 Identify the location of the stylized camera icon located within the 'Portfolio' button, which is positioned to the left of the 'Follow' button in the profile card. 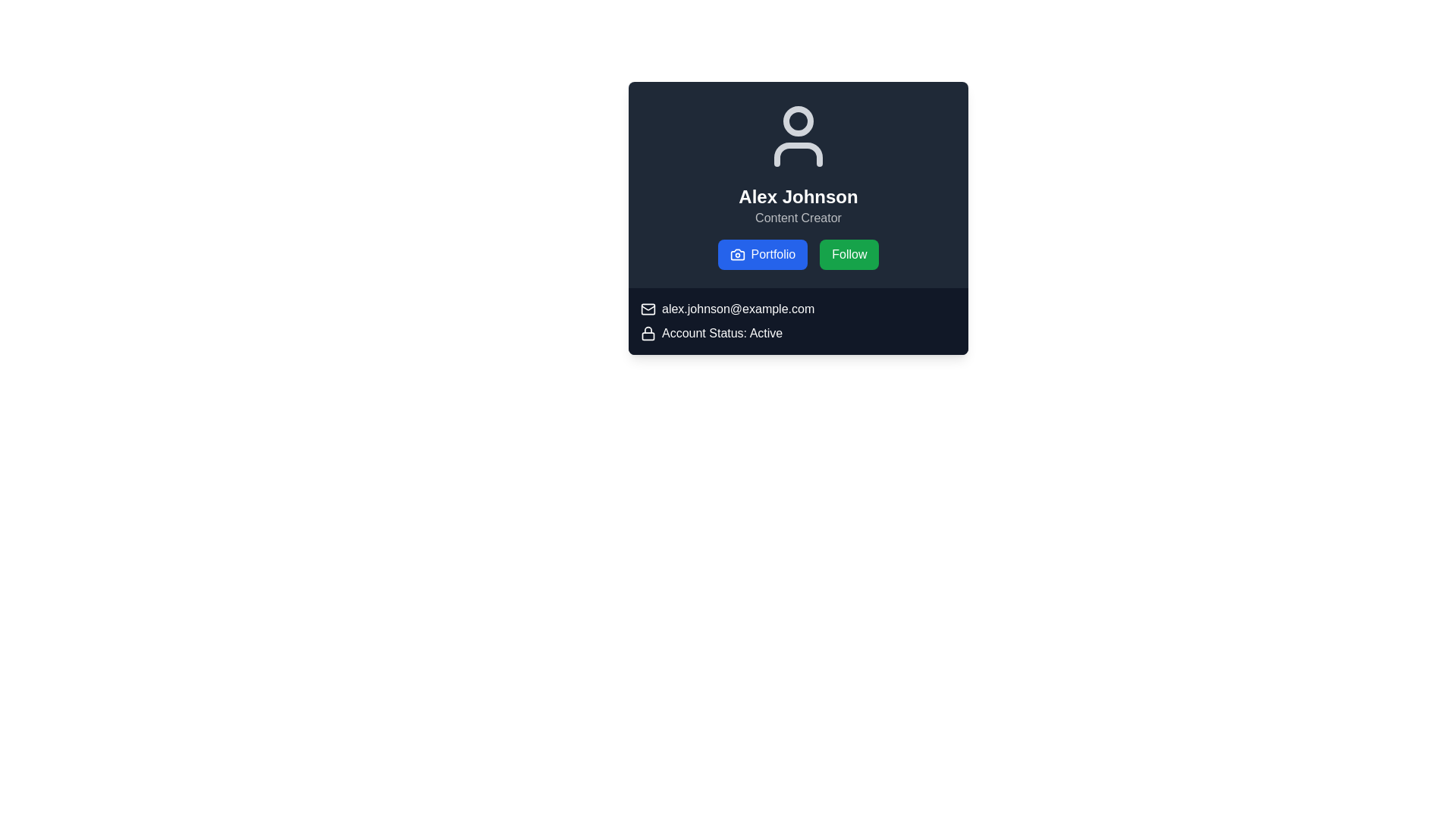
(737, 253).